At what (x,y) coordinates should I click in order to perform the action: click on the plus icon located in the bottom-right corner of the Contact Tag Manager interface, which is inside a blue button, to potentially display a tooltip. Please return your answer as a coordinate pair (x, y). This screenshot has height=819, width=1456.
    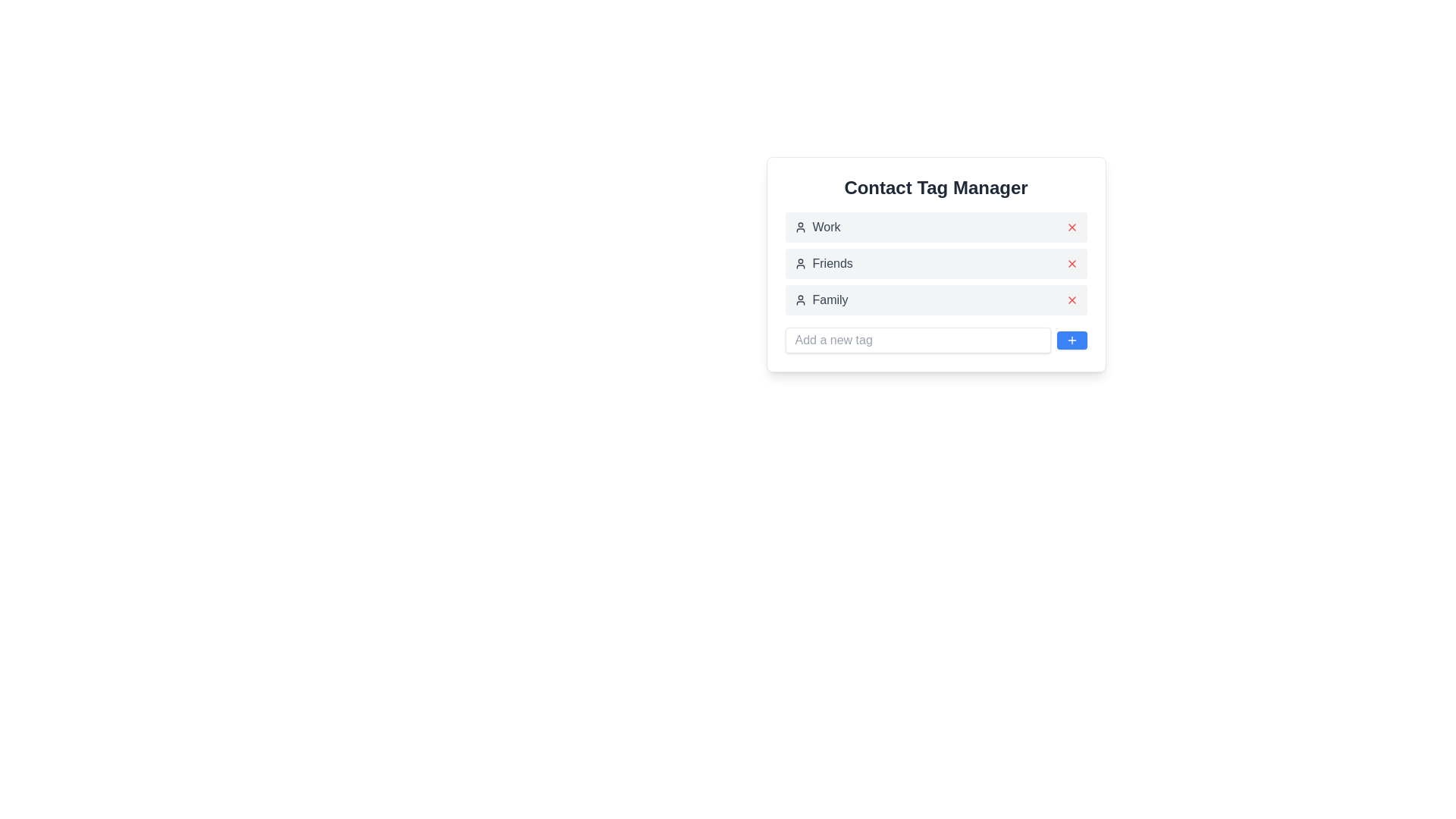
    Looking at the image, I should click on (1071, 339).